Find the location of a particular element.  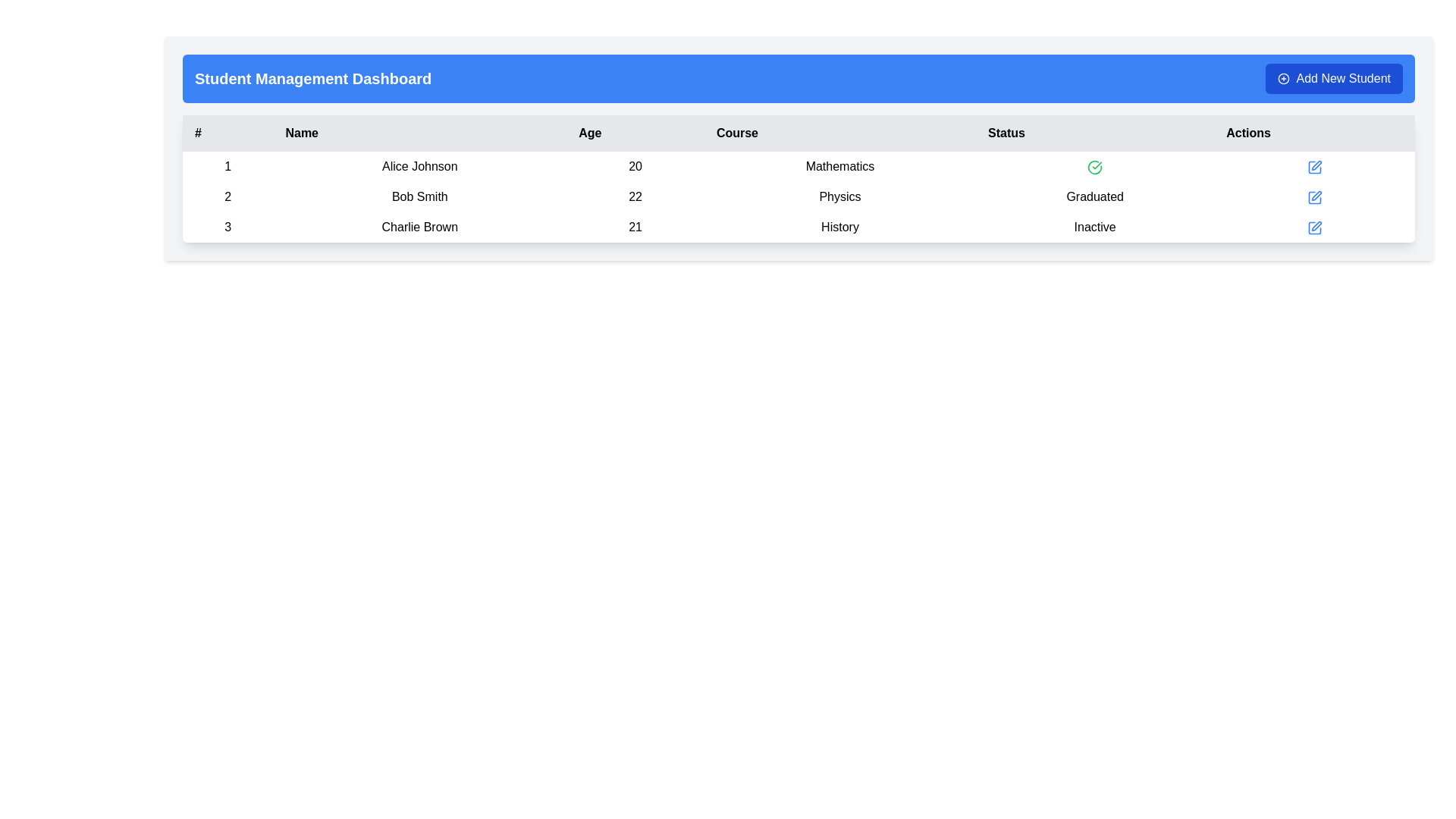

the text component displaying 'History' in the third row of the table under the 'Course' column is located at coordinates (839, 227).